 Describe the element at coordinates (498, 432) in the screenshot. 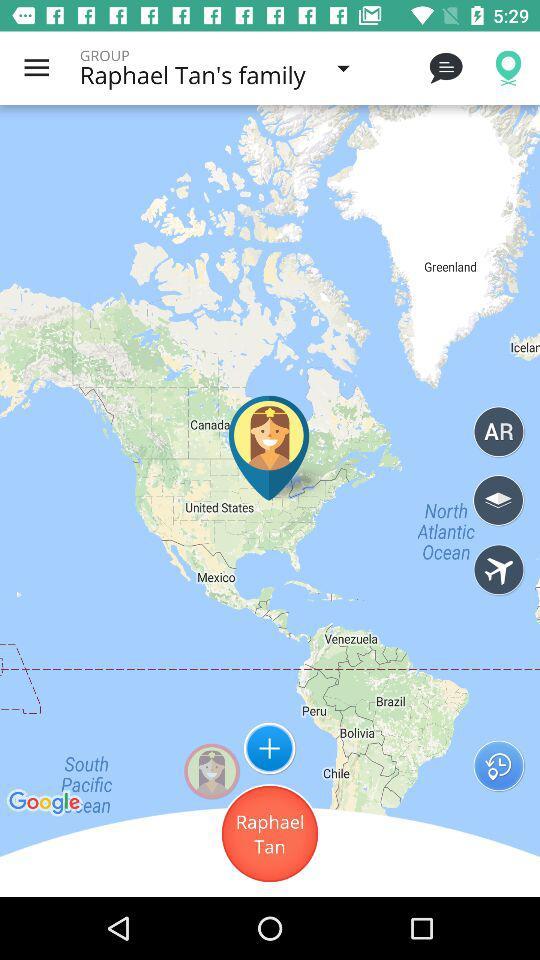

I see `the circle which has ar mentioned inside it` at that location.